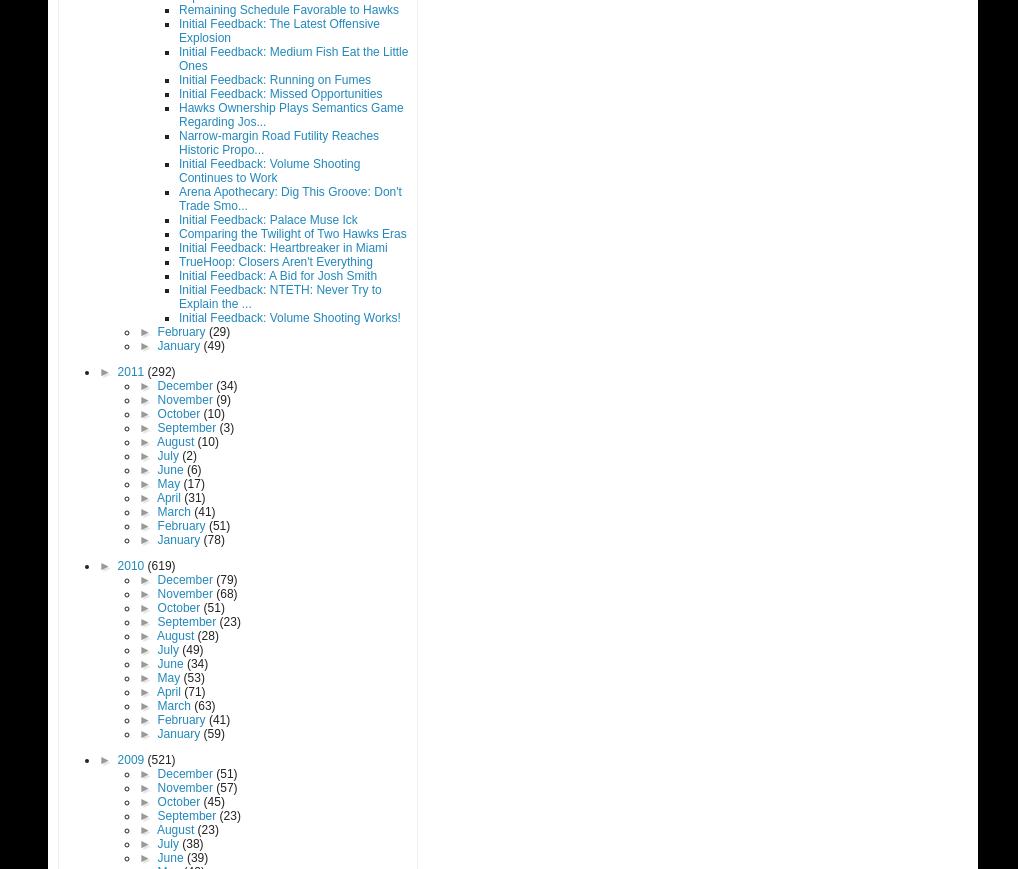 This screenshot has height=869, width=1018. Describe the element at coordinates (225, 788) in the screenshot. I see `'(57)'` at that location.